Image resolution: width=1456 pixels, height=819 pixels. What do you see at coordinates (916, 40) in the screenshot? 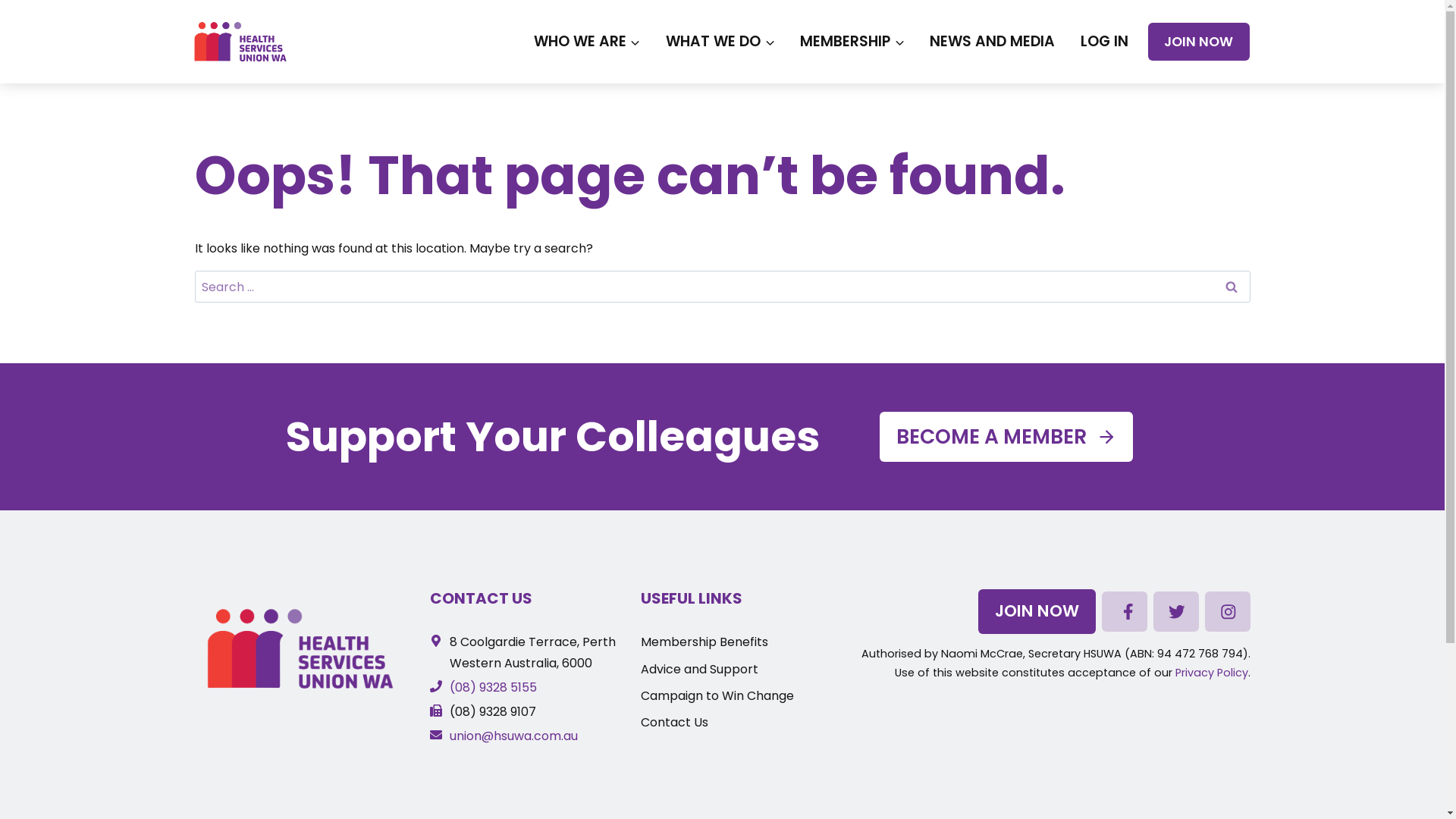
I see `'NEWS AND MEDIA'` at bounding box center [916, 40].